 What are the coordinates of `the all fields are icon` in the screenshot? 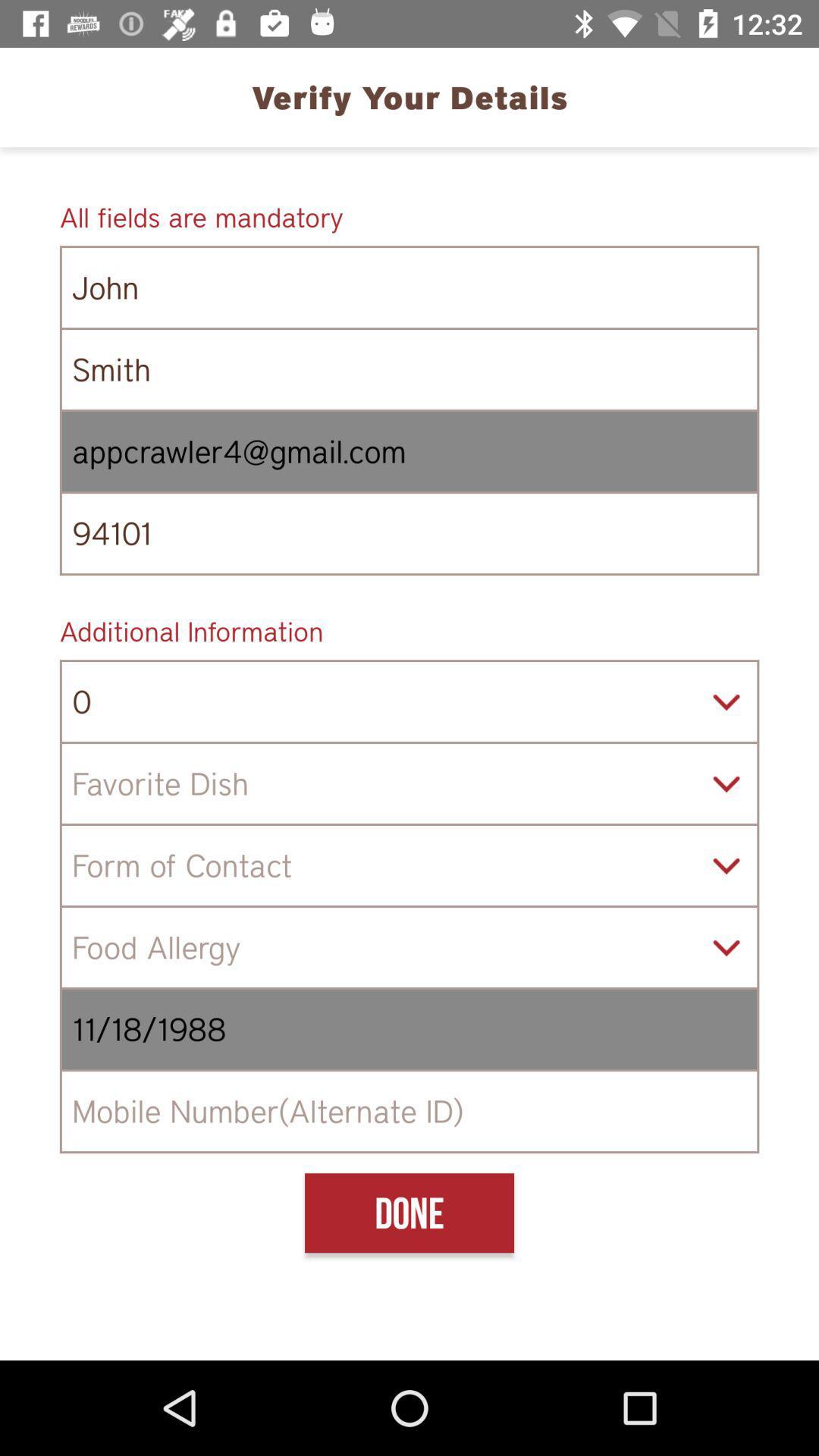 It's located at (409, 216).